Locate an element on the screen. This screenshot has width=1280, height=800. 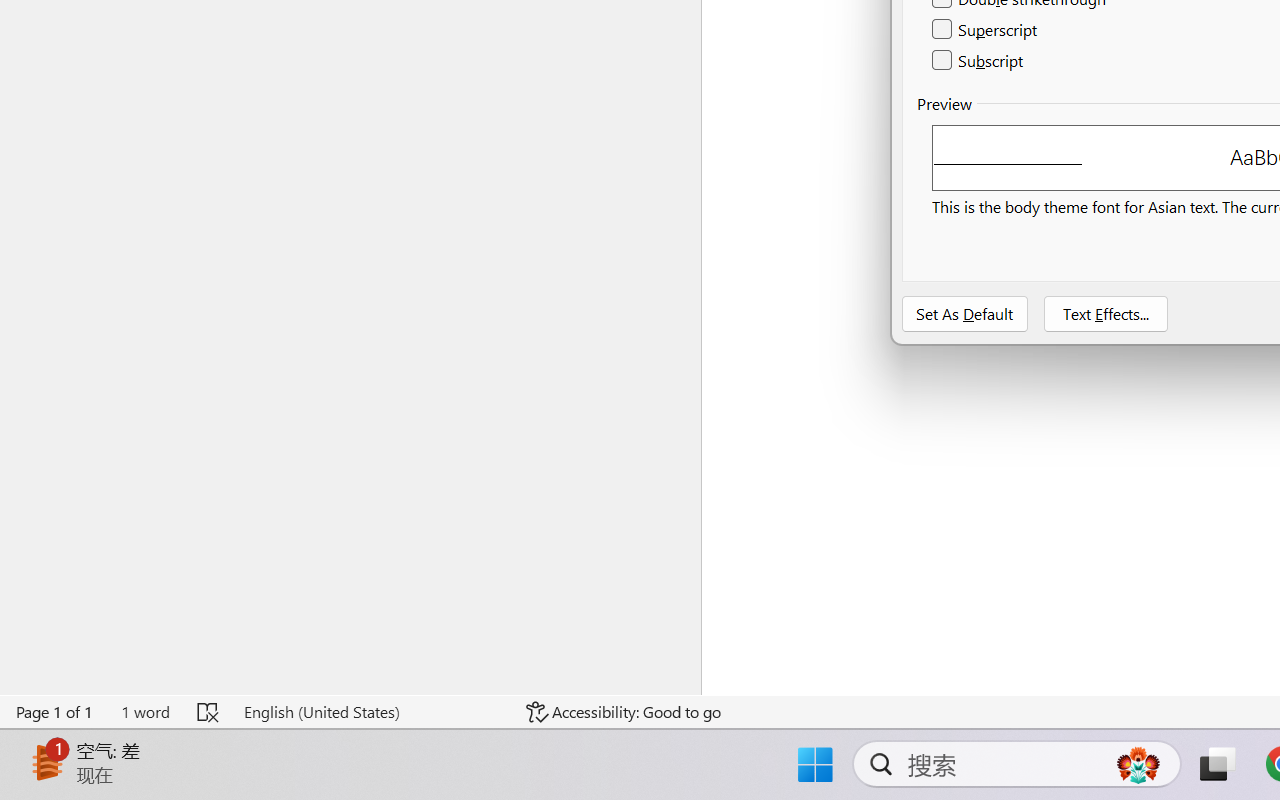
'Set As Default' is located at coordinates (965, 313).